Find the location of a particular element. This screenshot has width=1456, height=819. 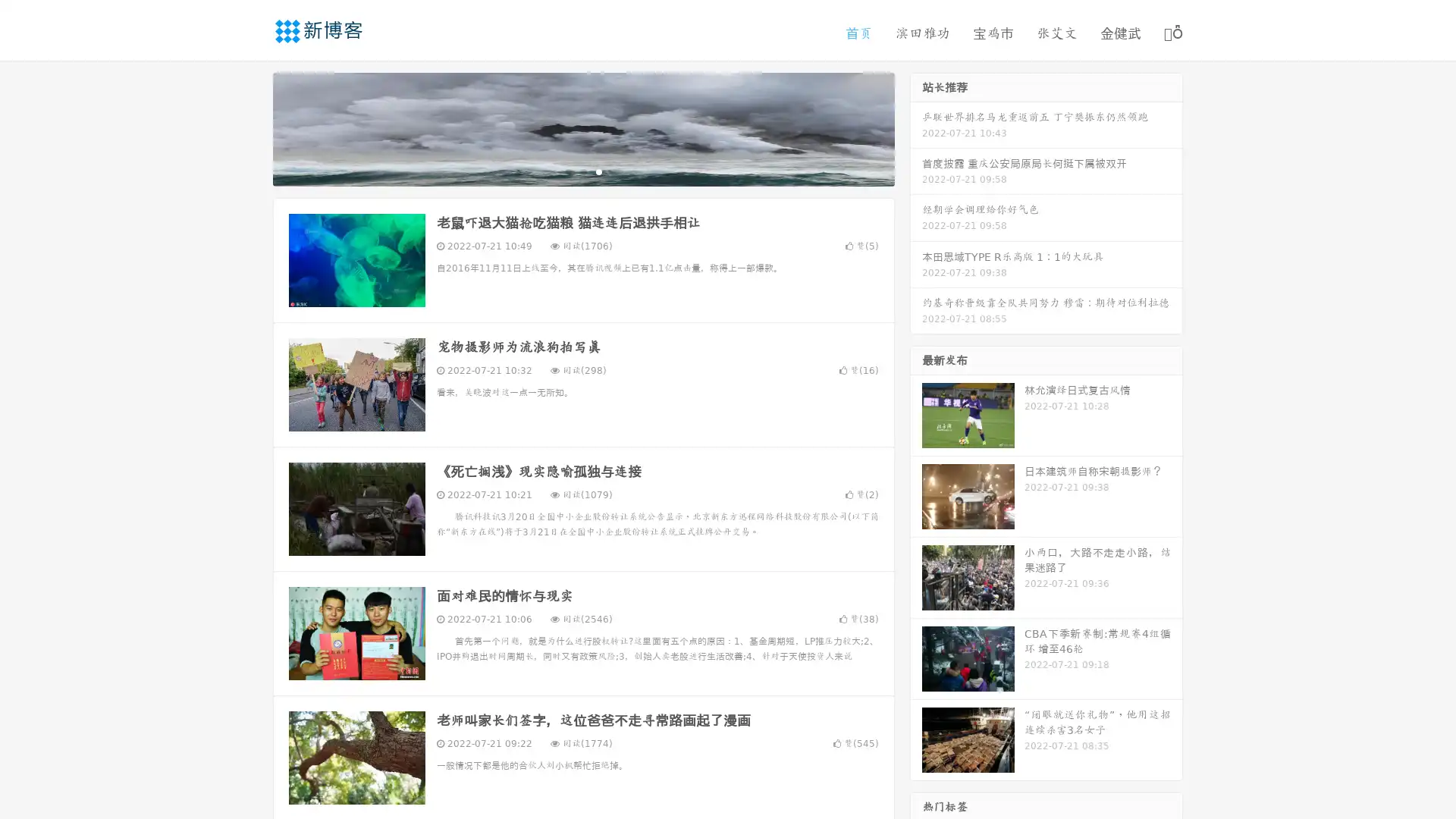

Go to slide 1 is located at coordinates (567, 171).